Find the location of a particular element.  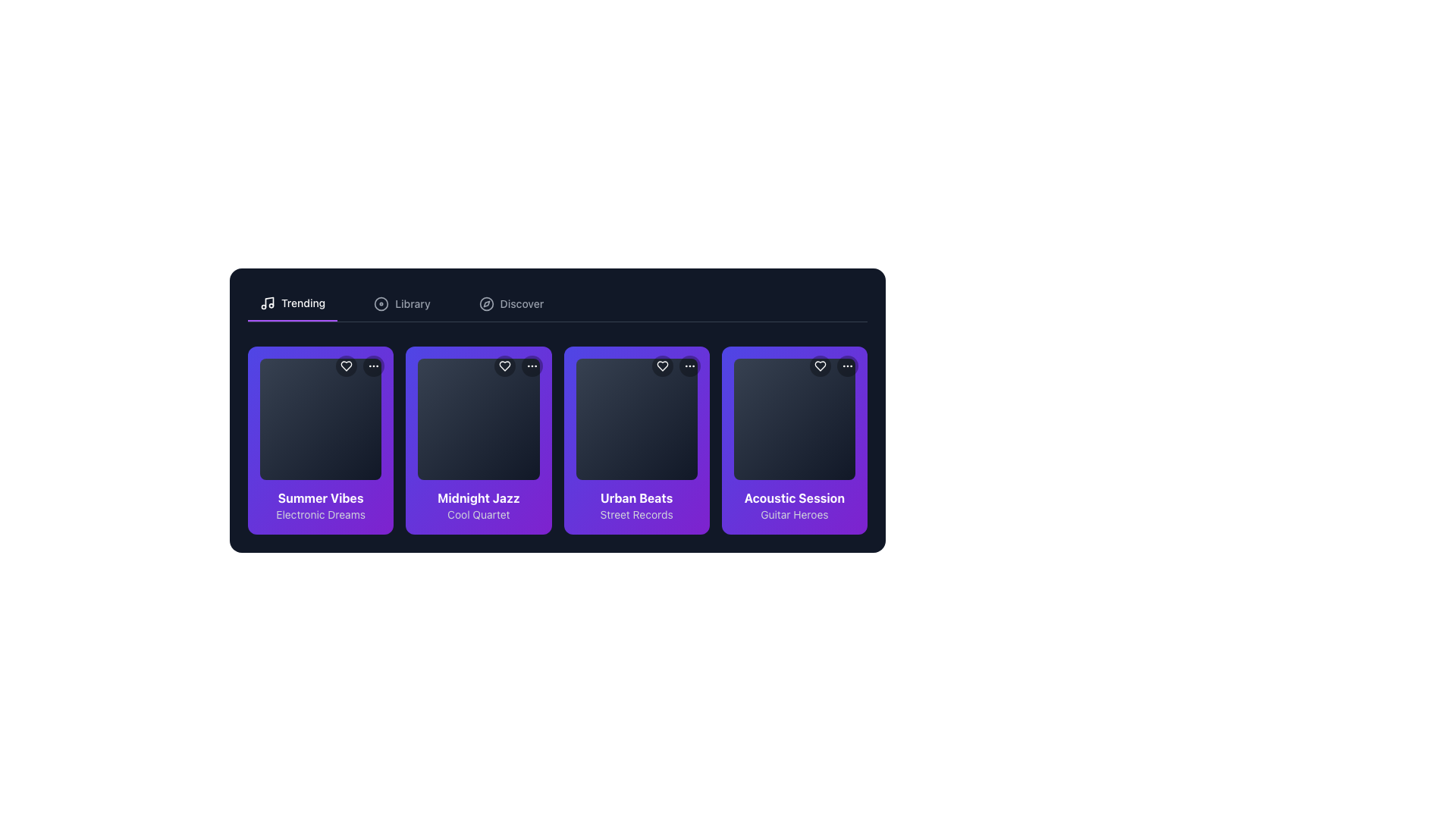

the heart-shaped icon is located at coordinates (346, 366).